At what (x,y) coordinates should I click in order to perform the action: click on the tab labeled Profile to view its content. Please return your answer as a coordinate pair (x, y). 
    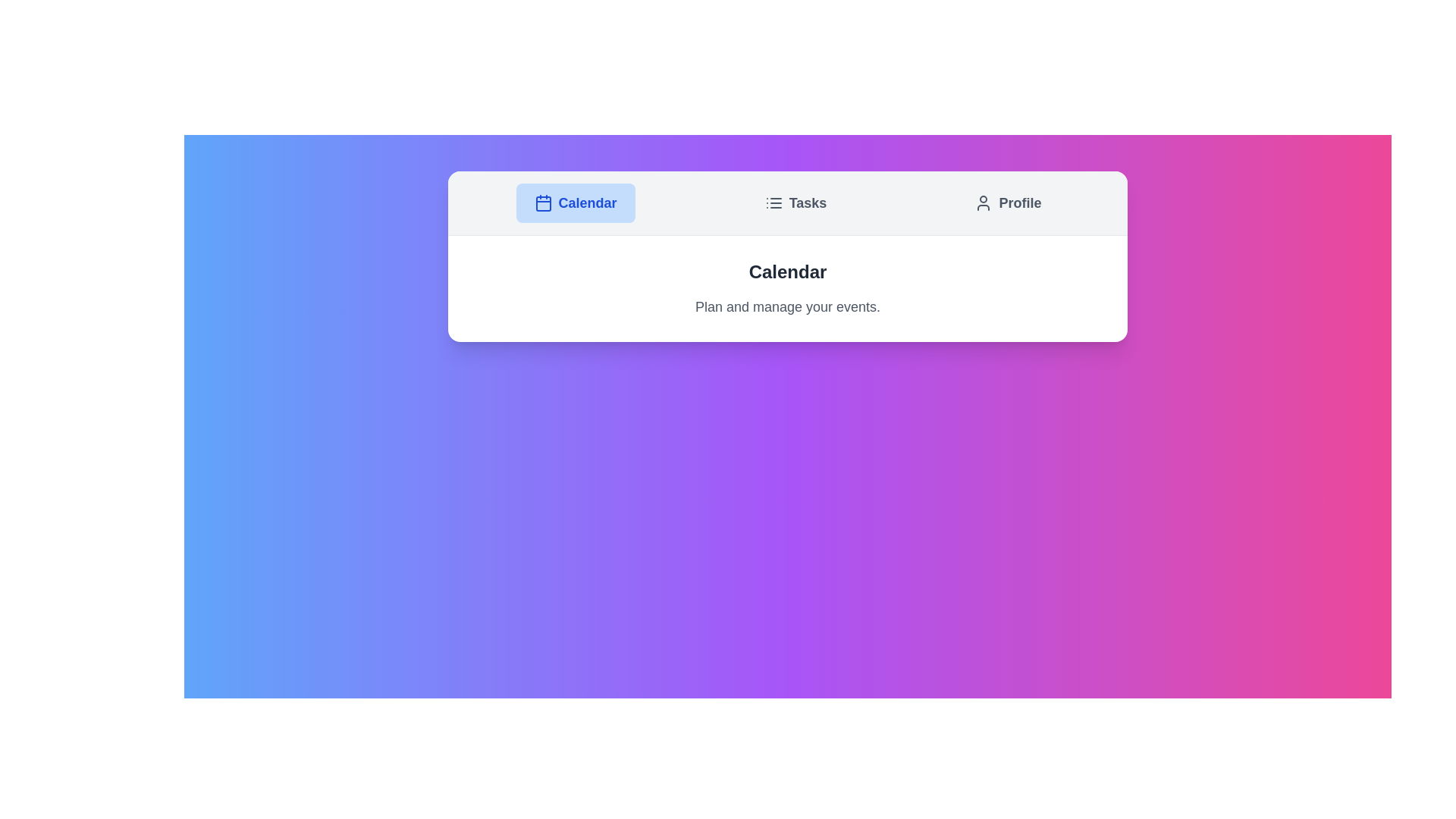
    Looking at the image, I should click on (1008, 202).